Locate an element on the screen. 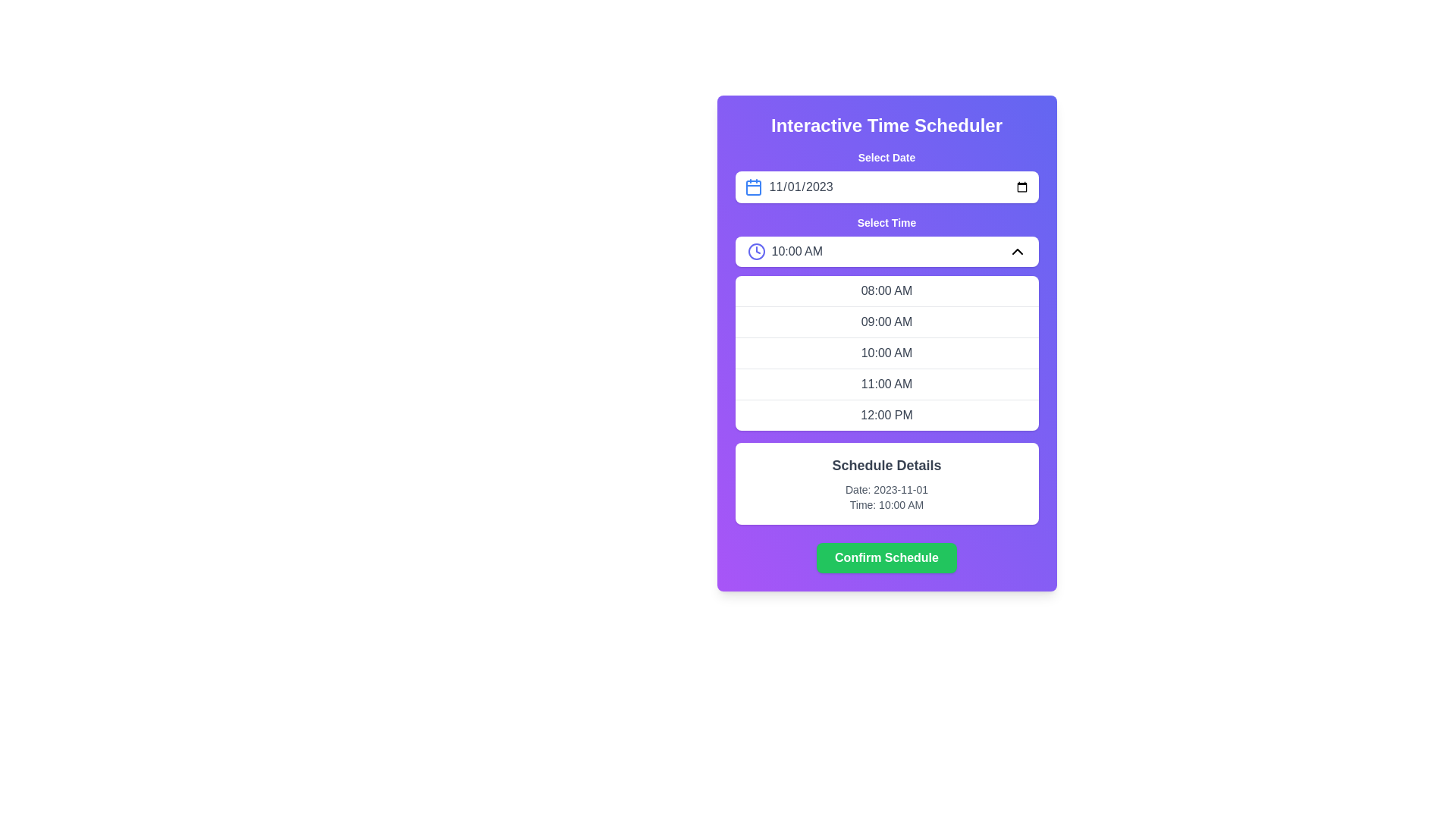 This screenshot has height=819, width=1456. the Text Display that shows the chosen date in the schedule details section, located below the 'Schedule Details' heading and above the time '10:00 AM' is located at coordinates (886, 489).